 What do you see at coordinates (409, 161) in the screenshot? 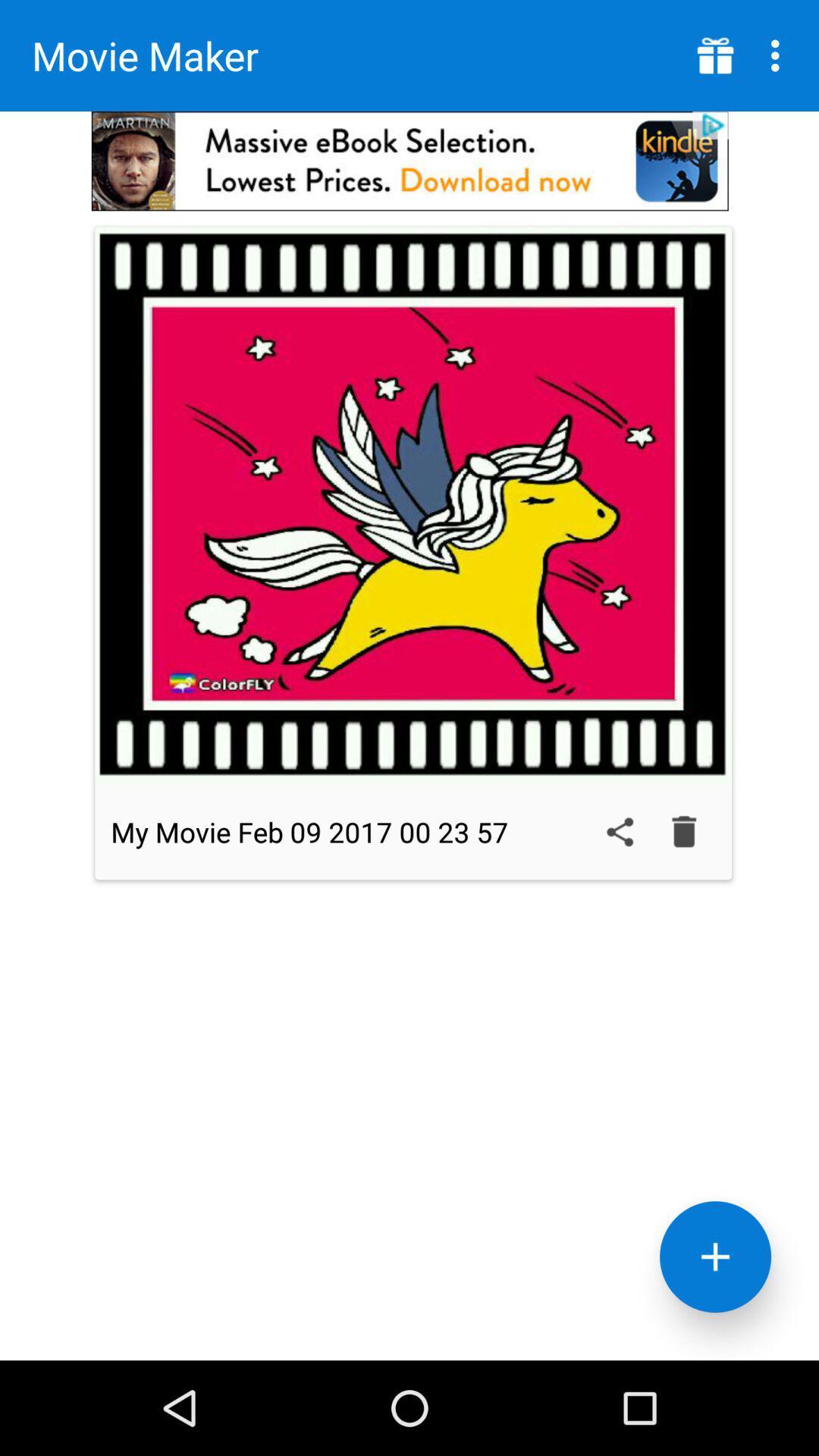
I see `open advertisement` at bounding box center [409, 161].